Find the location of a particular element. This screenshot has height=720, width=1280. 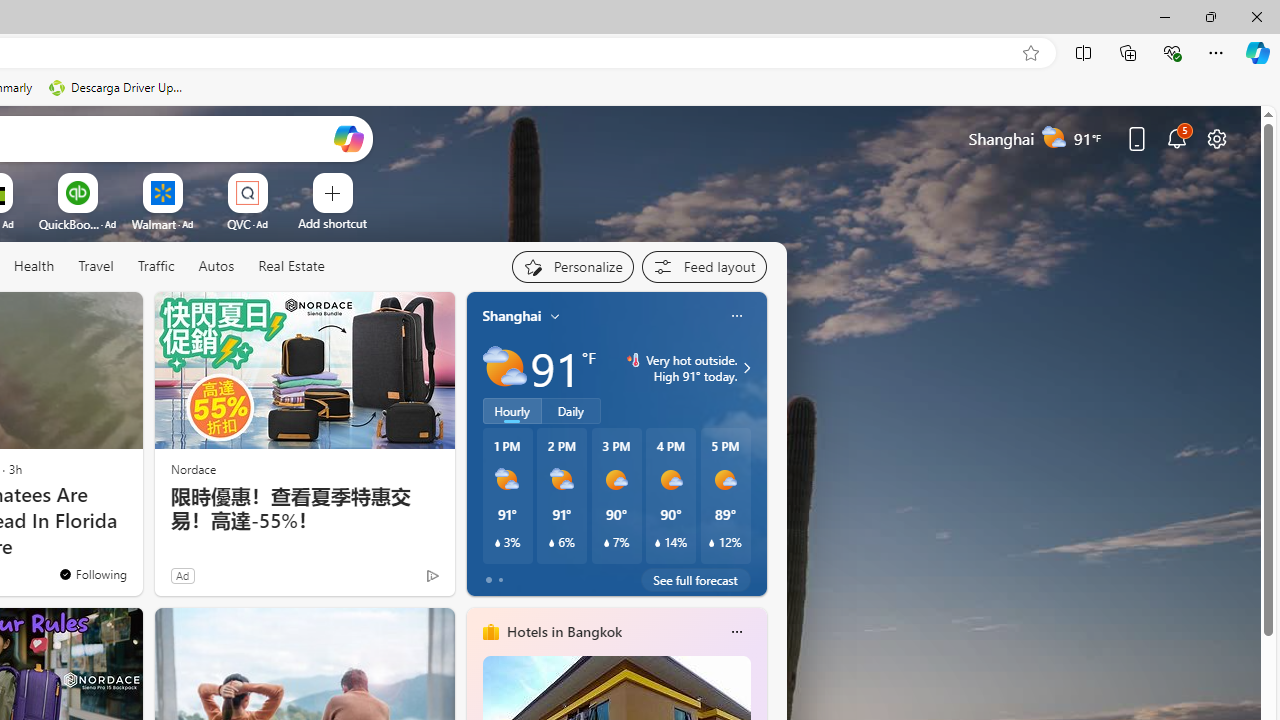

'Descarga Driver Updater' is located at coordinates (117, 87).